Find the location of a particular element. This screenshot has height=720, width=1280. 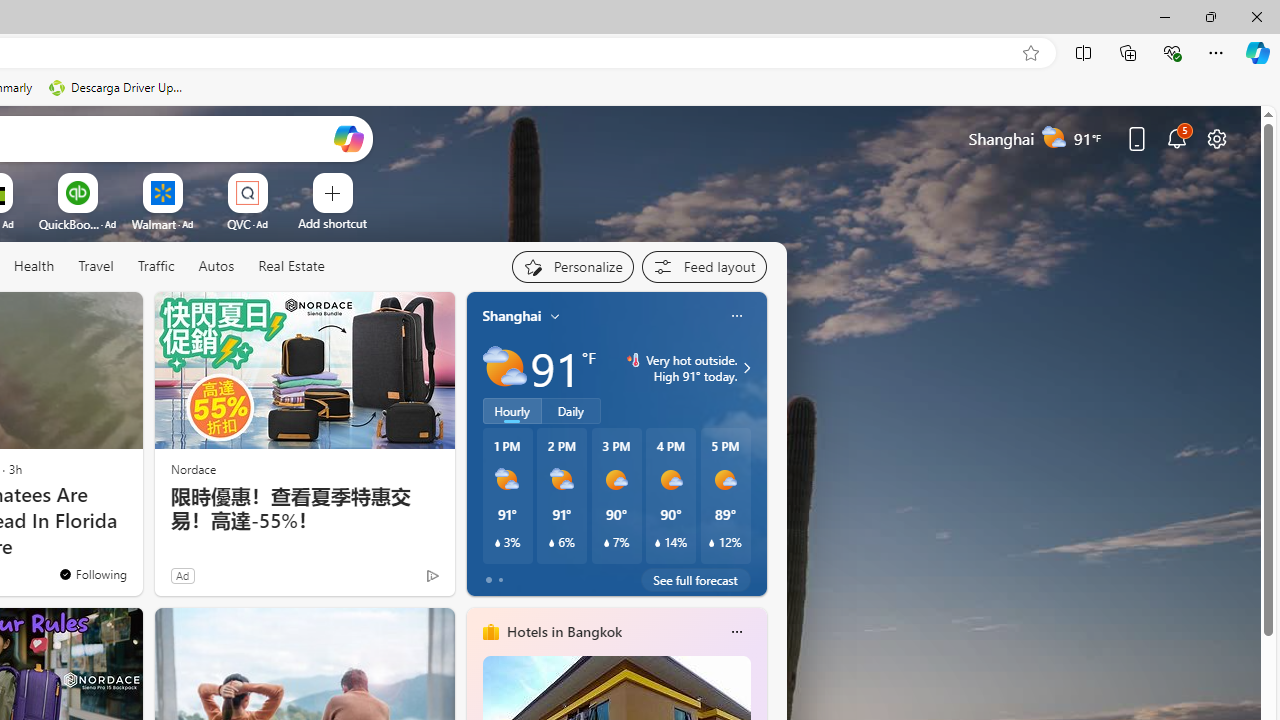

'Descarga Driver Updater' is located at coordinates (117, 87).